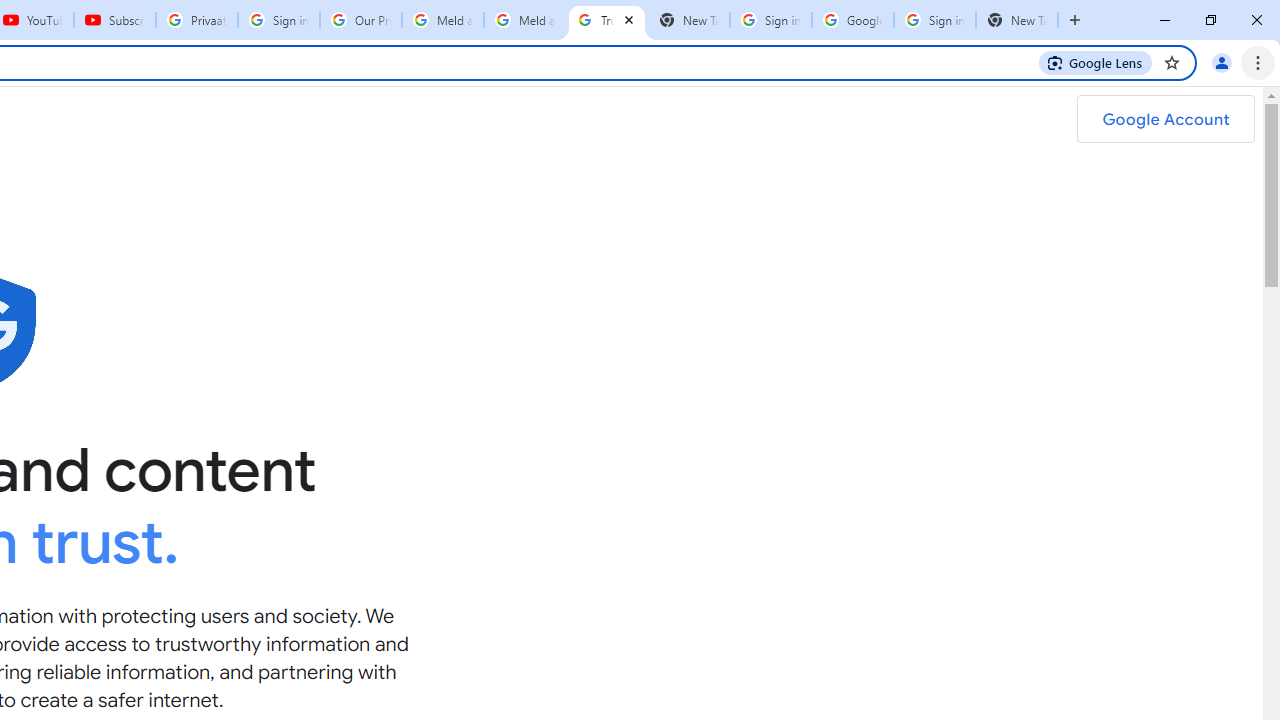  I want to click on 'Search with Google Lens', so click(1094, 61).